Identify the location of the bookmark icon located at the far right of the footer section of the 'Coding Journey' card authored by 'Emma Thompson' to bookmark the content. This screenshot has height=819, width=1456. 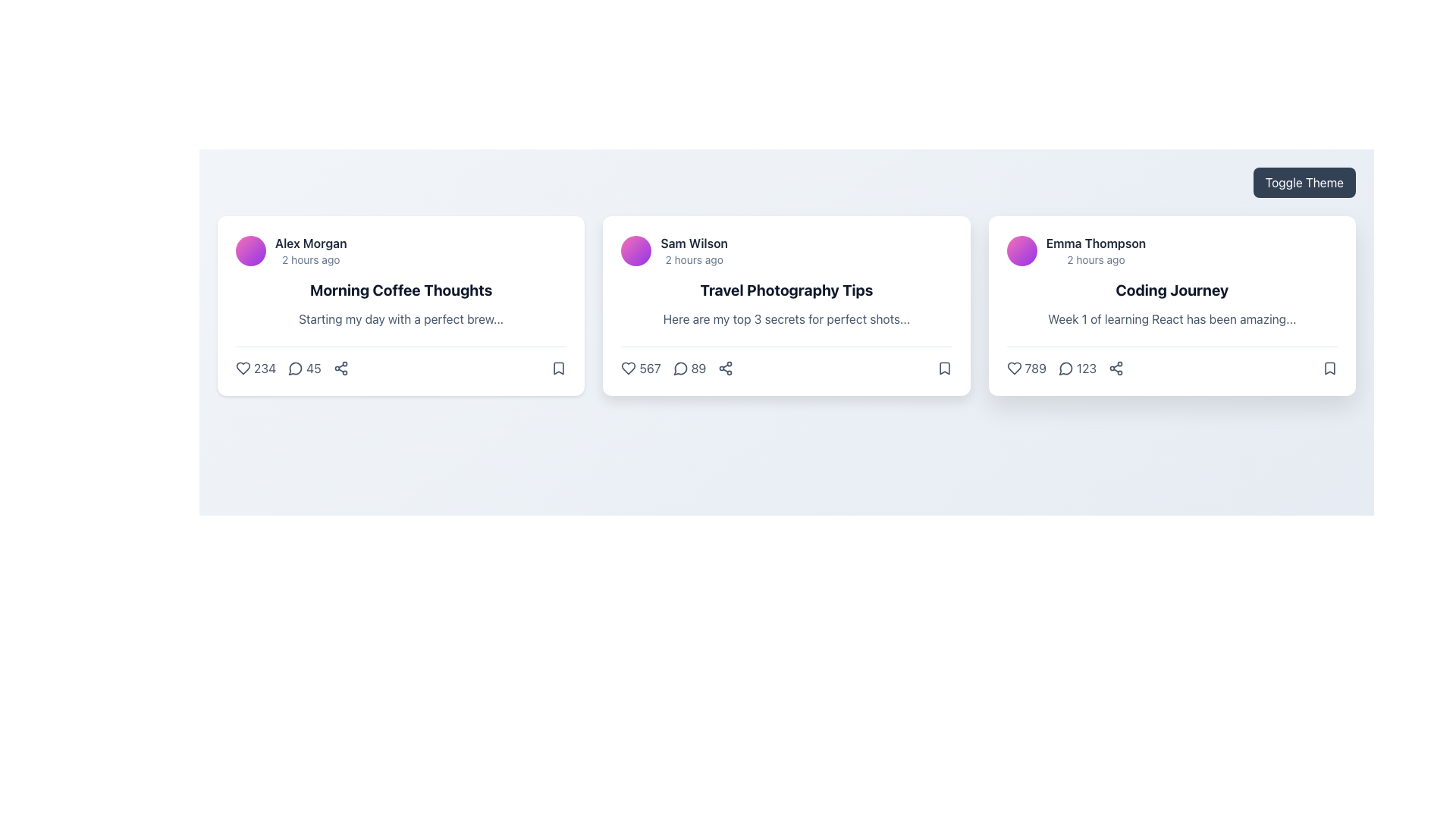
(1329, 369).